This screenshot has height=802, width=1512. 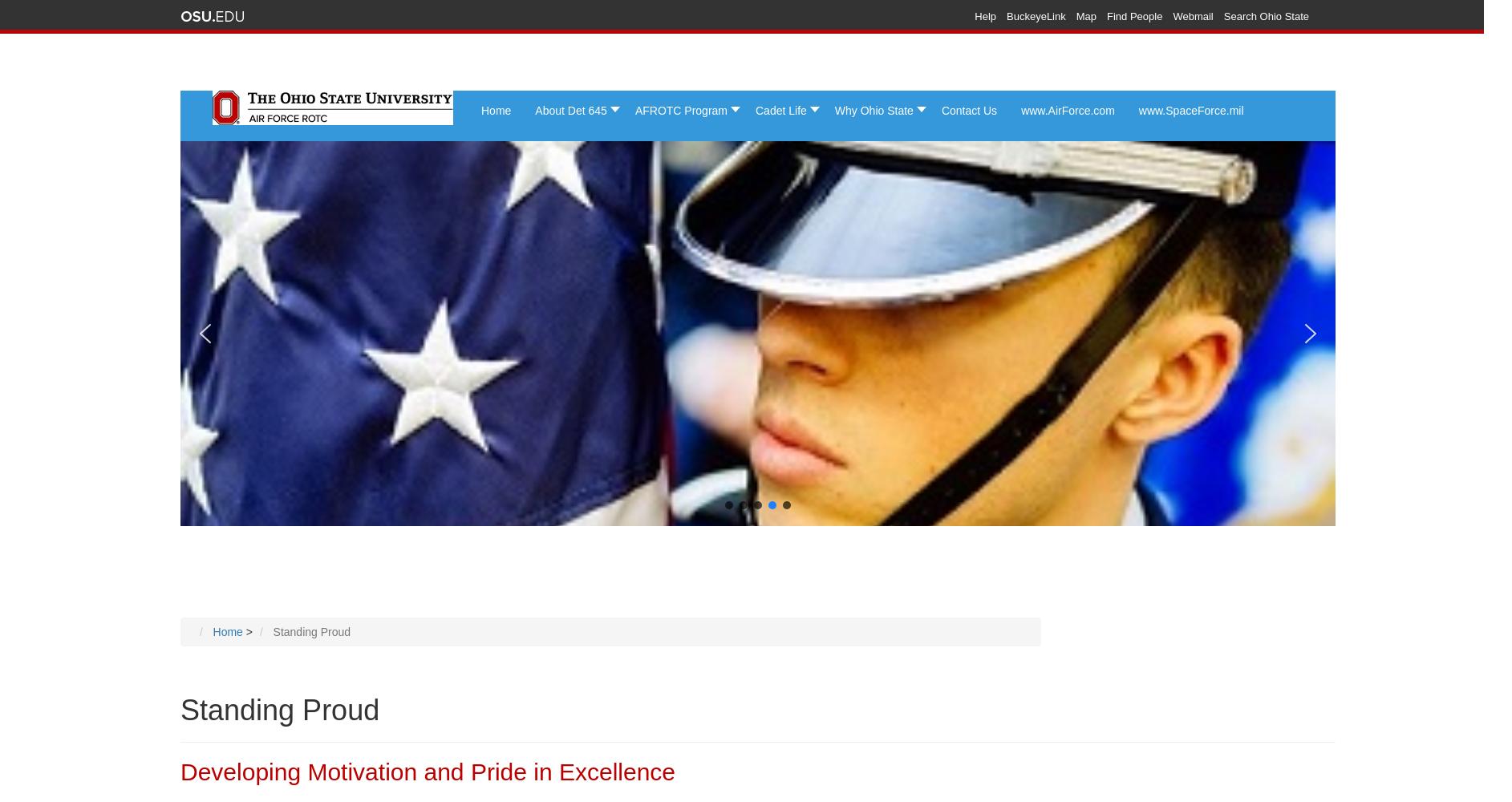 I want to click on 'www.AirForce.com', so click(x=1019, y=111).